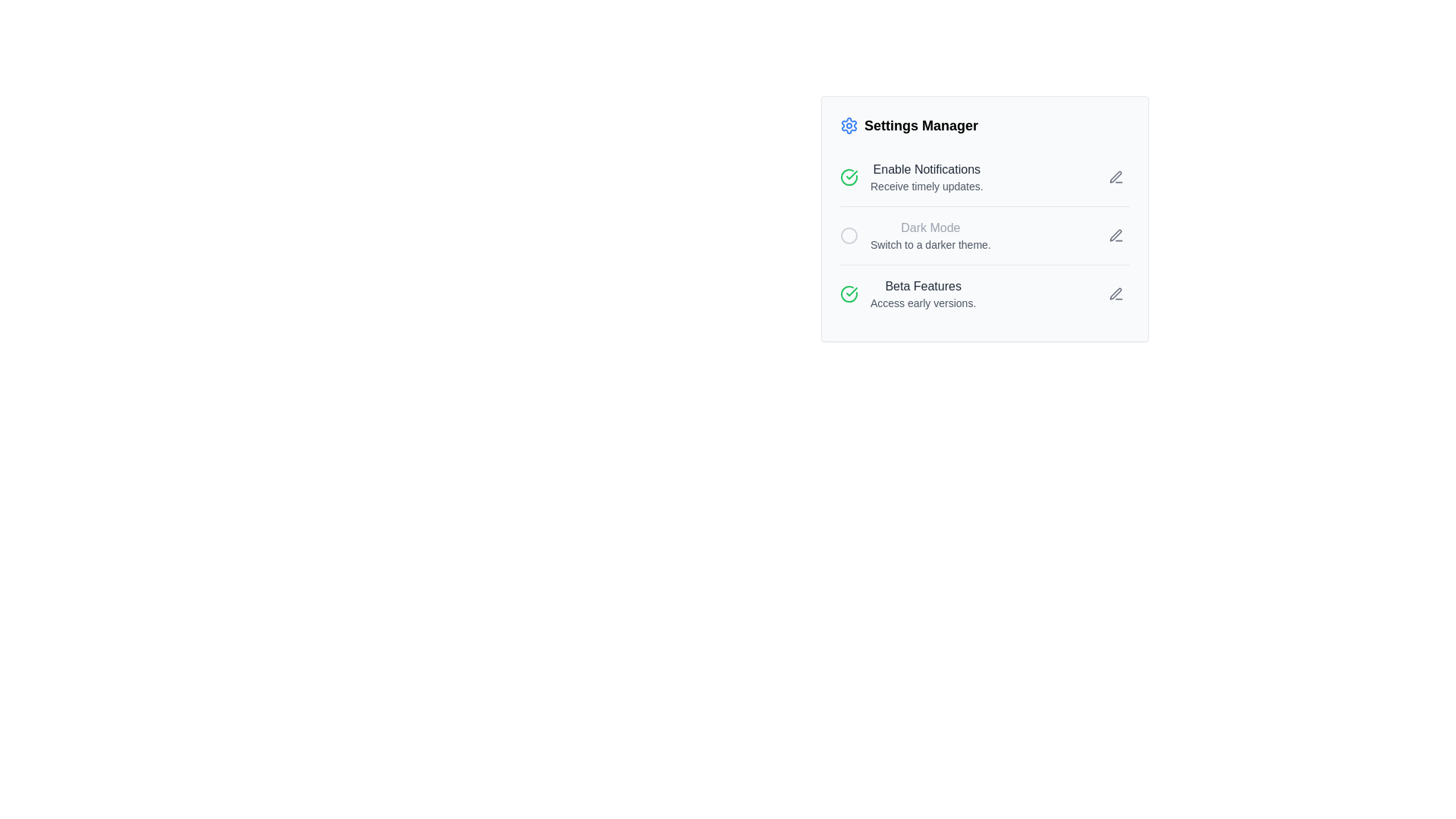  Describe the element at coordinates (848, 236) in the screenshot. I see `the circular icon with a light gray border located to the left of the 'Dark Mode: Switch to a darker theme.' text` at that location.